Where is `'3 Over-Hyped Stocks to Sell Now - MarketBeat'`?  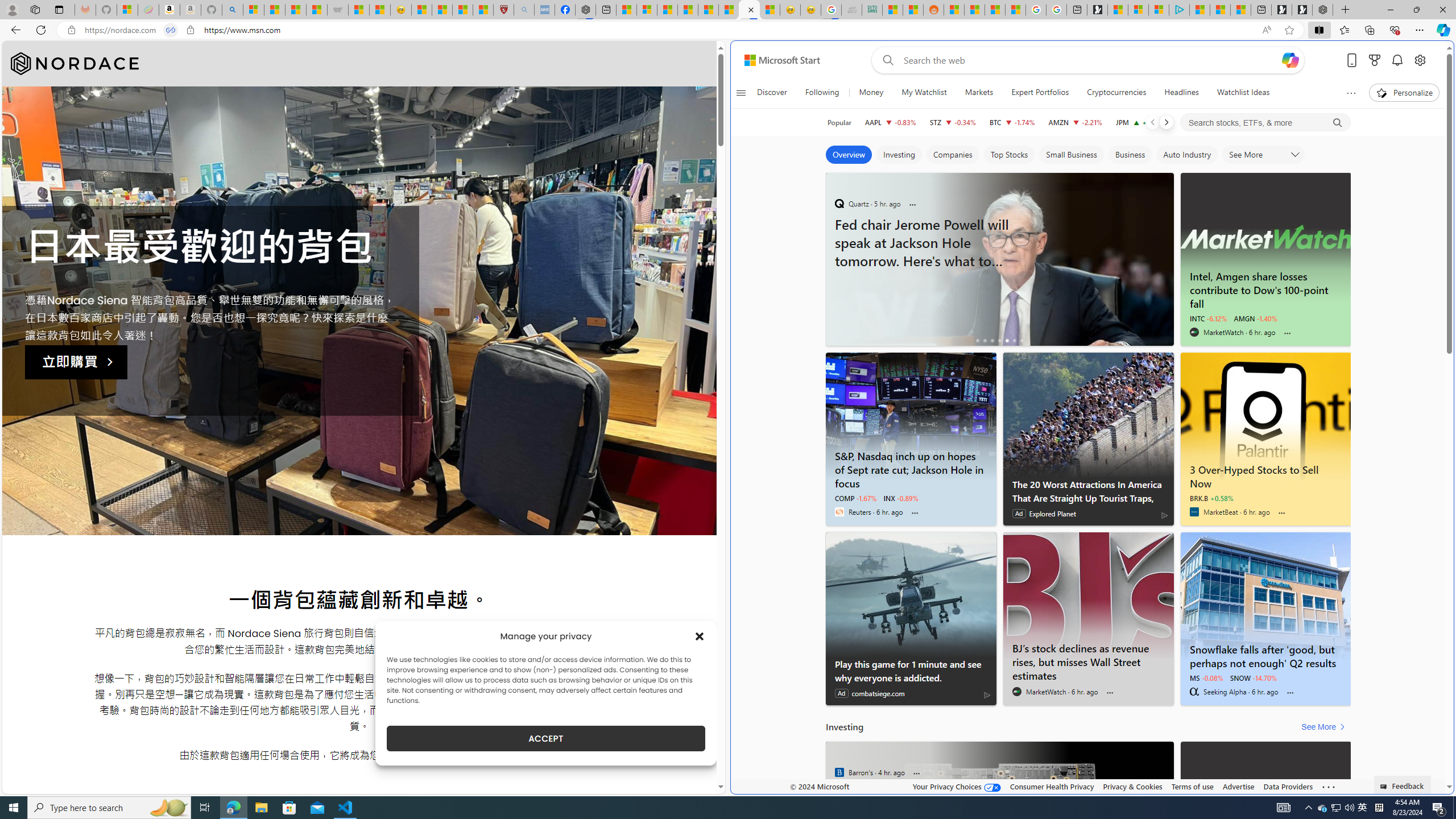 '3 Over-Hyped Stocks to Sell Now - MarketBeat' is located at coordinates (1265, 416).